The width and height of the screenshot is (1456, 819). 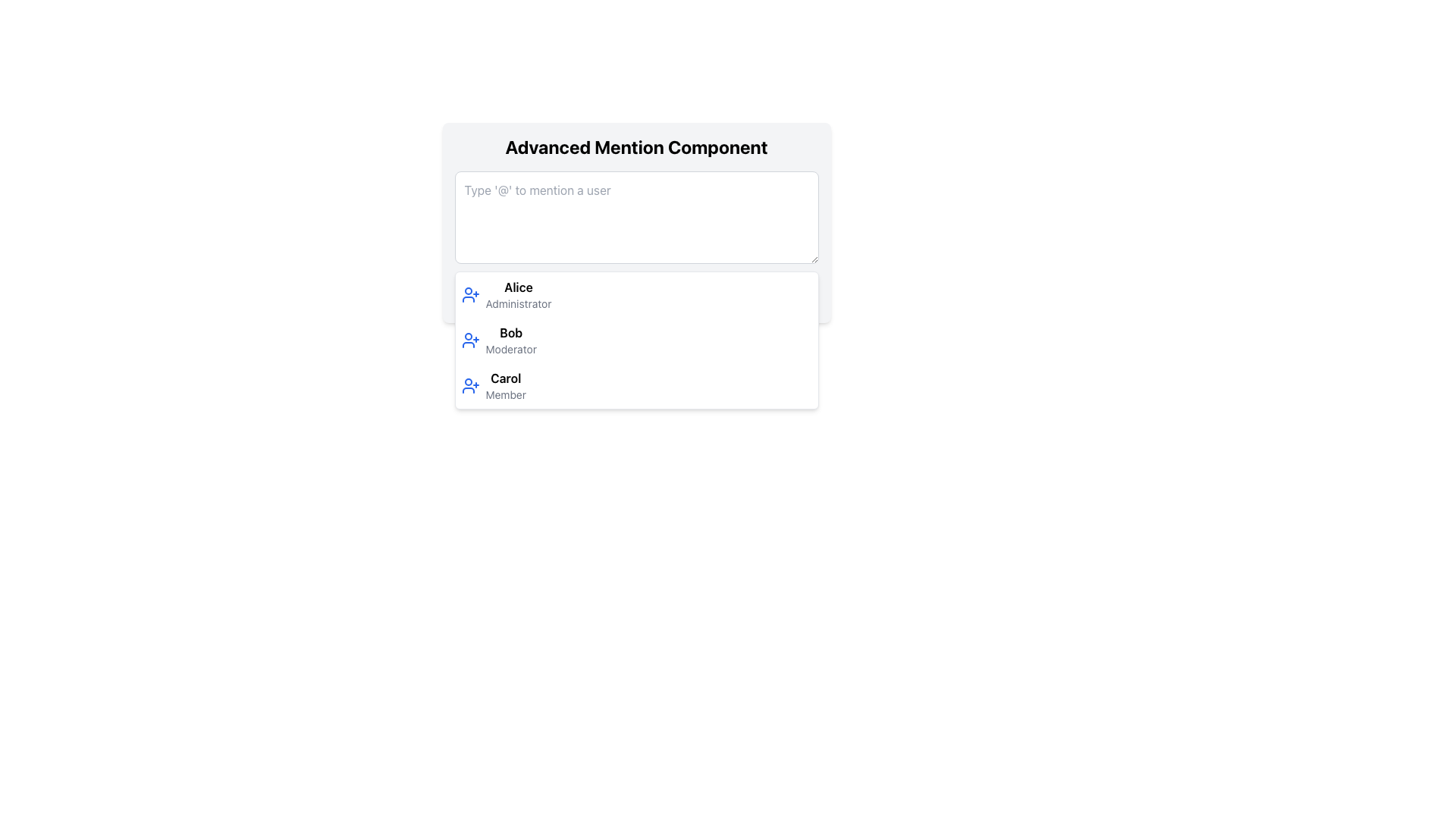 What do you see at coordinates (518, 304) in the screenshot?
I see `the text label displaying the role 'Administrator' in a small, gray font, positioned below the name 'Alice' in the dropdown box` at bounding box center [518, 304].